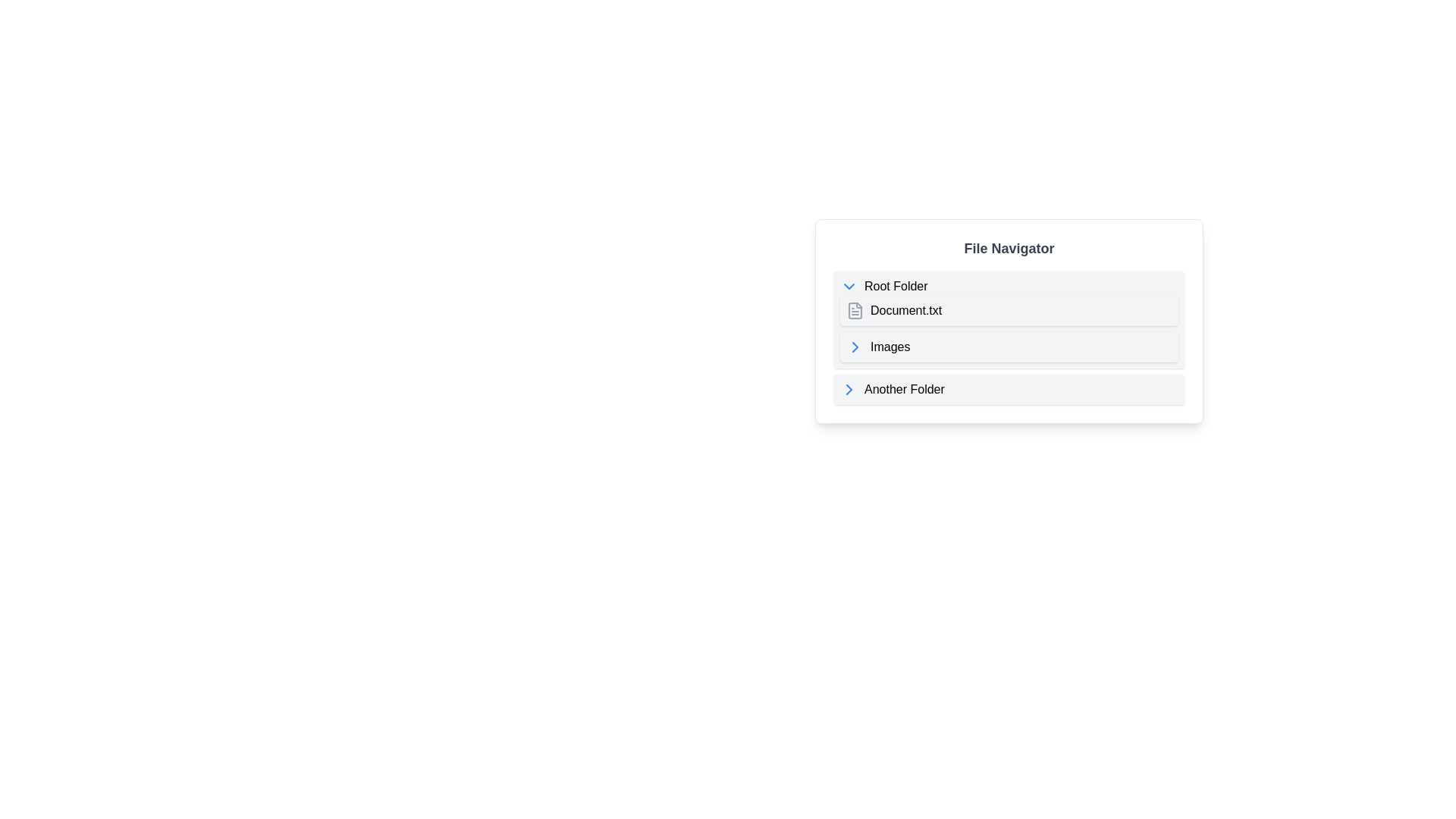 This screenshot has width=1456, height=819. What do you see at coordinates (1009, 347) in the screenshot?
I see `the selectable list item labeled 'Images' located in the file navigator, positioned between 'Document.txt' and 'Another Folder'` at bounding box center [1009, 347].